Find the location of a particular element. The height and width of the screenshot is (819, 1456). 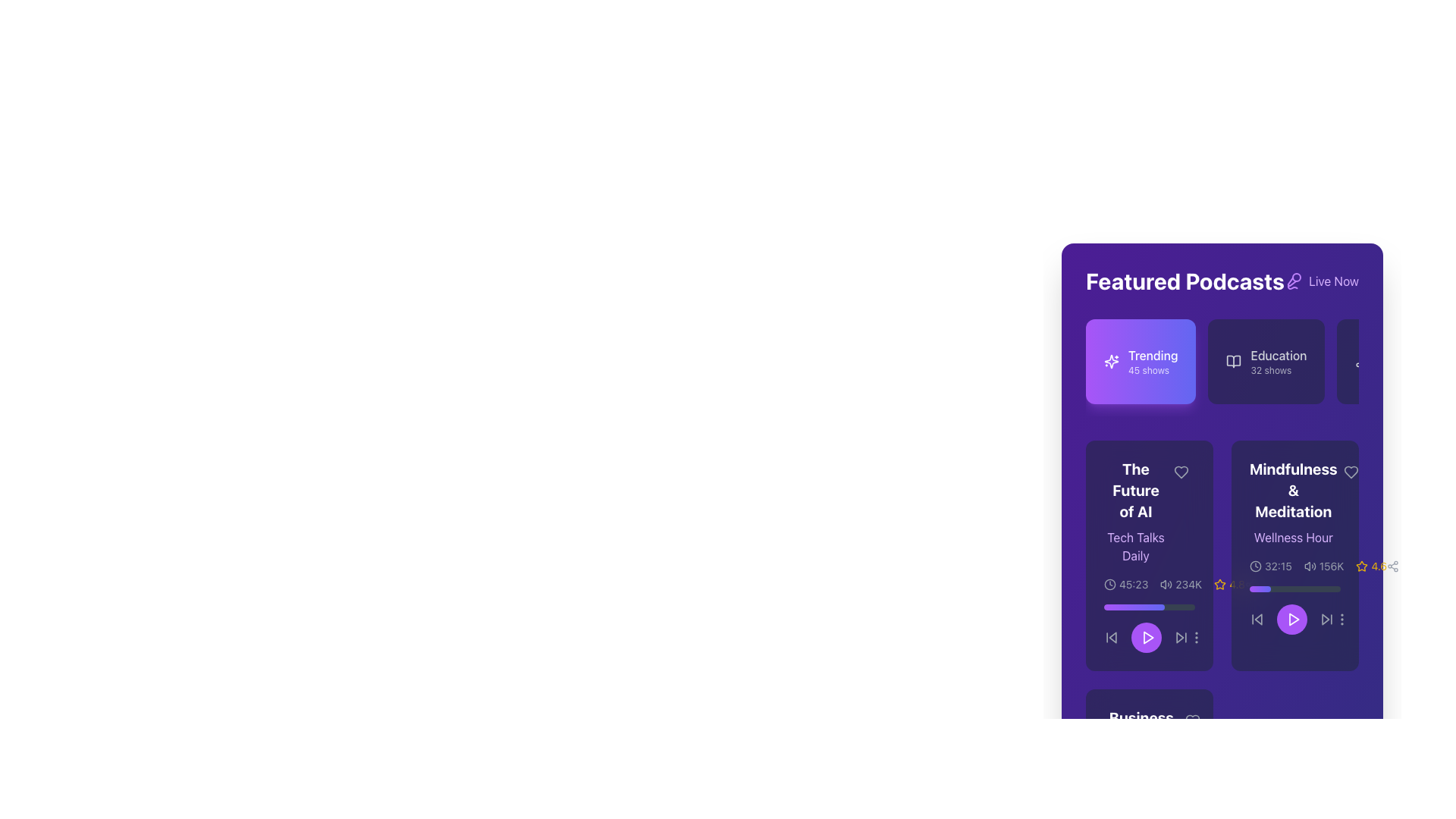

the open book icon located in the 'Education' card of the 'Featured Podcasts' section is located at coordinates (1234, 362).